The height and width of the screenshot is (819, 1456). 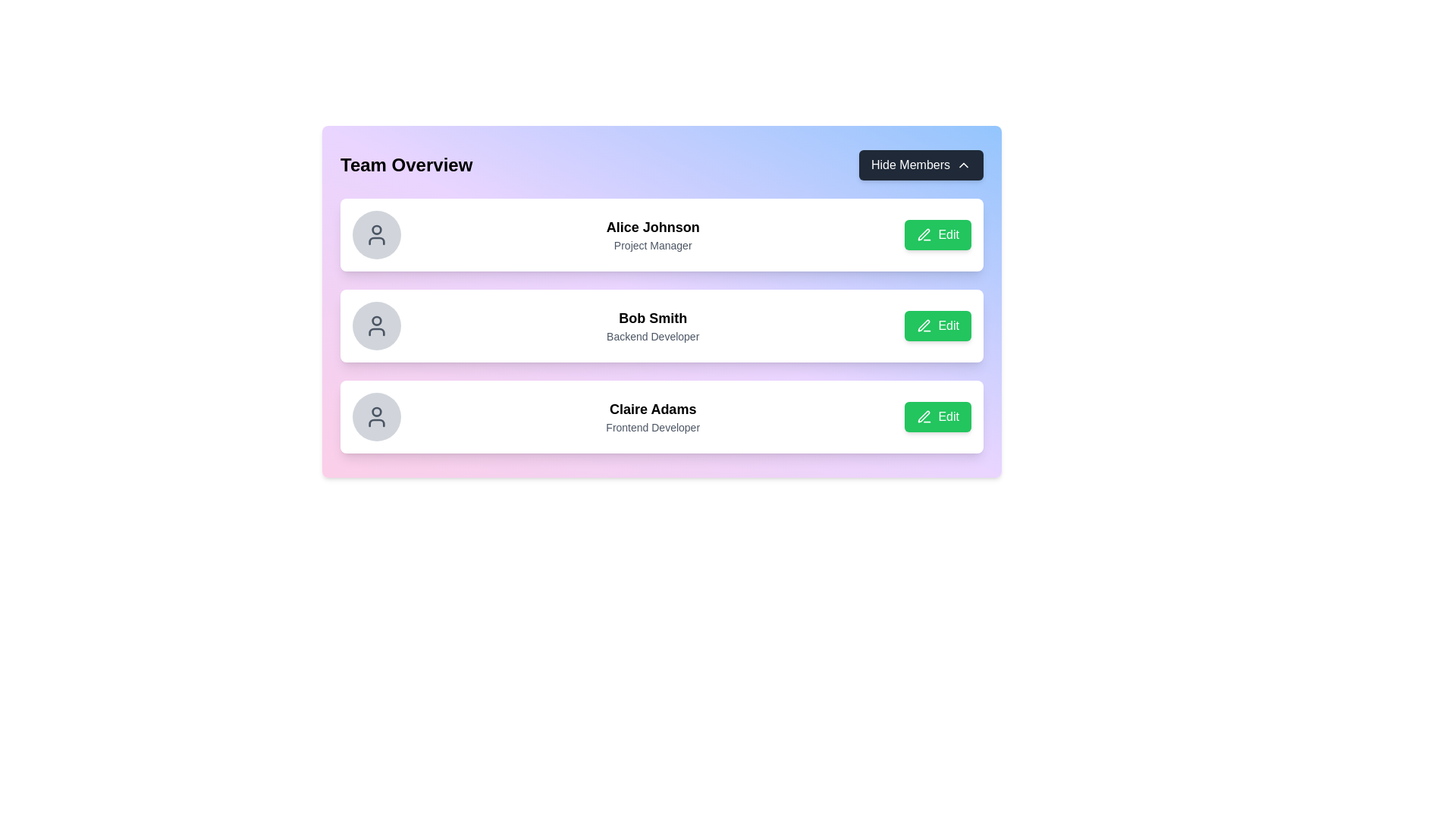 What do you see at coordinates (948, 325) in the screenshot?
I see `the 'Edit' text label styled in white on a green background, which is part of a button next to 'Bob Smith', the 'Backend Developer'` at bounding box center [948, 325].